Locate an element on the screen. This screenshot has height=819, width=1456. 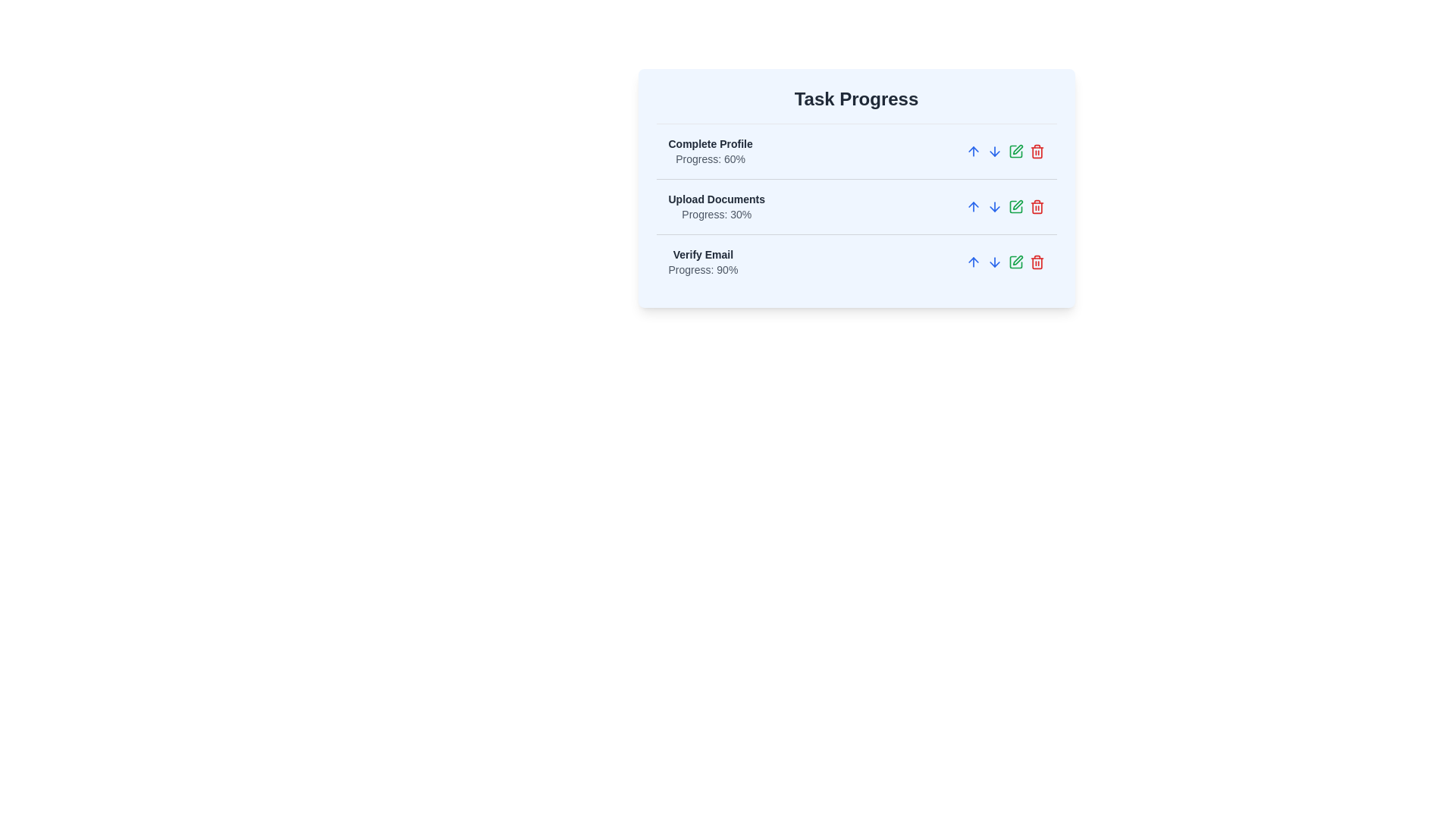
the 'delete' icon button, which is the third action element in the last row of the task progress list is located at coordinates (1036, 262).